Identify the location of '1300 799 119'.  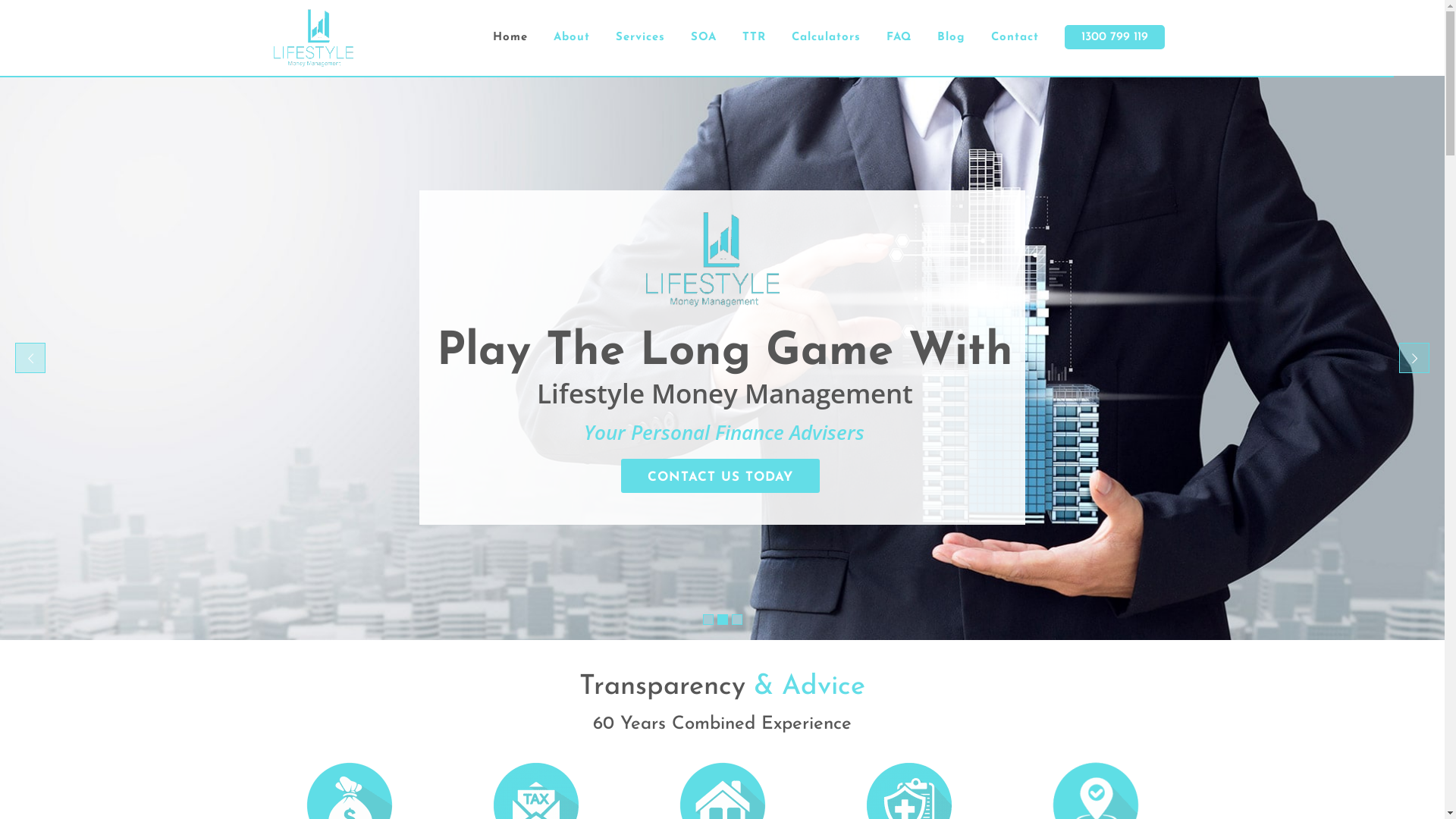
(1113, 37).